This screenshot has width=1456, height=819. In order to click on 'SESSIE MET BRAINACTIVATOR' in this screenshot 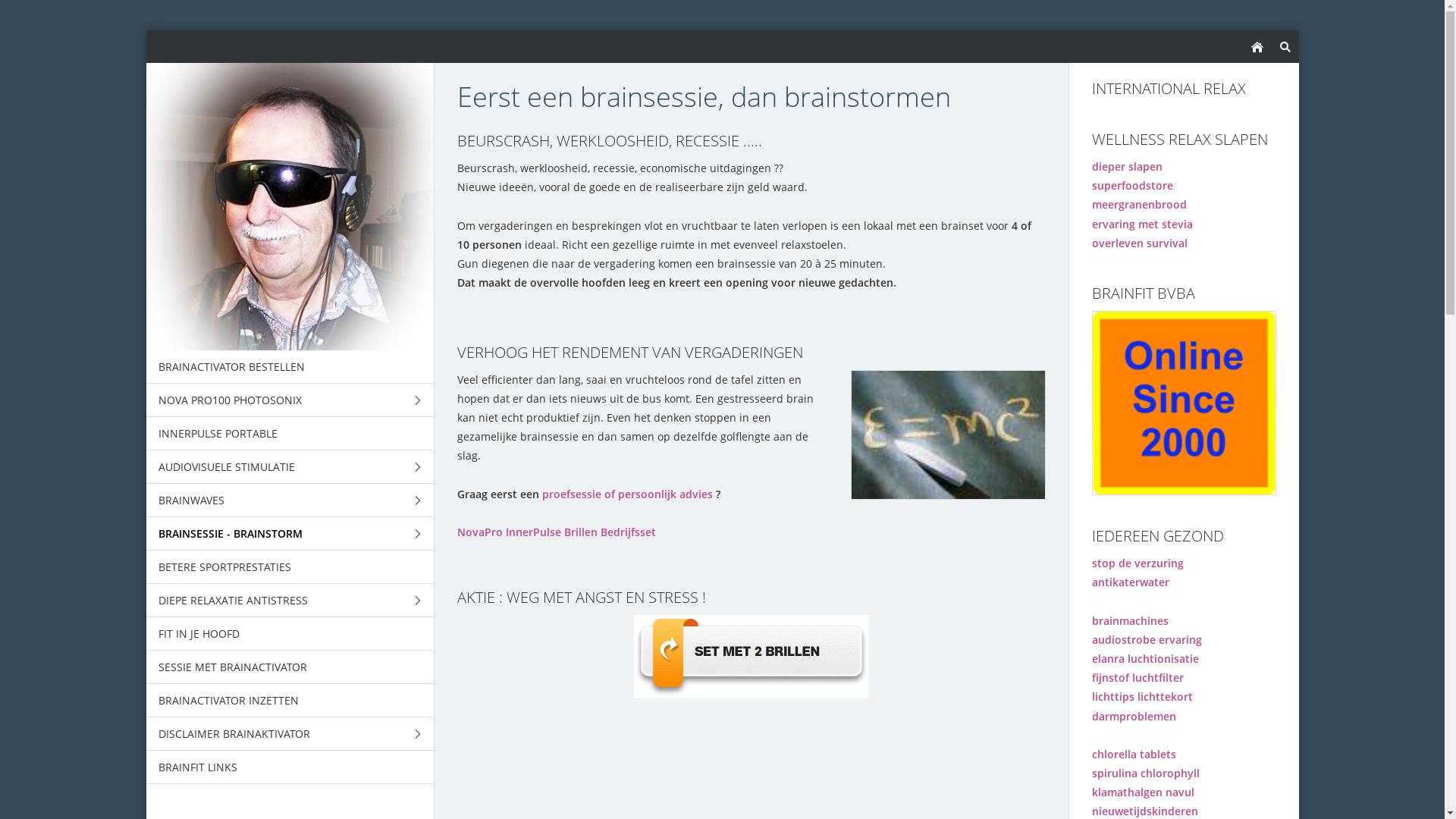, I will do `click(289, 666)`.